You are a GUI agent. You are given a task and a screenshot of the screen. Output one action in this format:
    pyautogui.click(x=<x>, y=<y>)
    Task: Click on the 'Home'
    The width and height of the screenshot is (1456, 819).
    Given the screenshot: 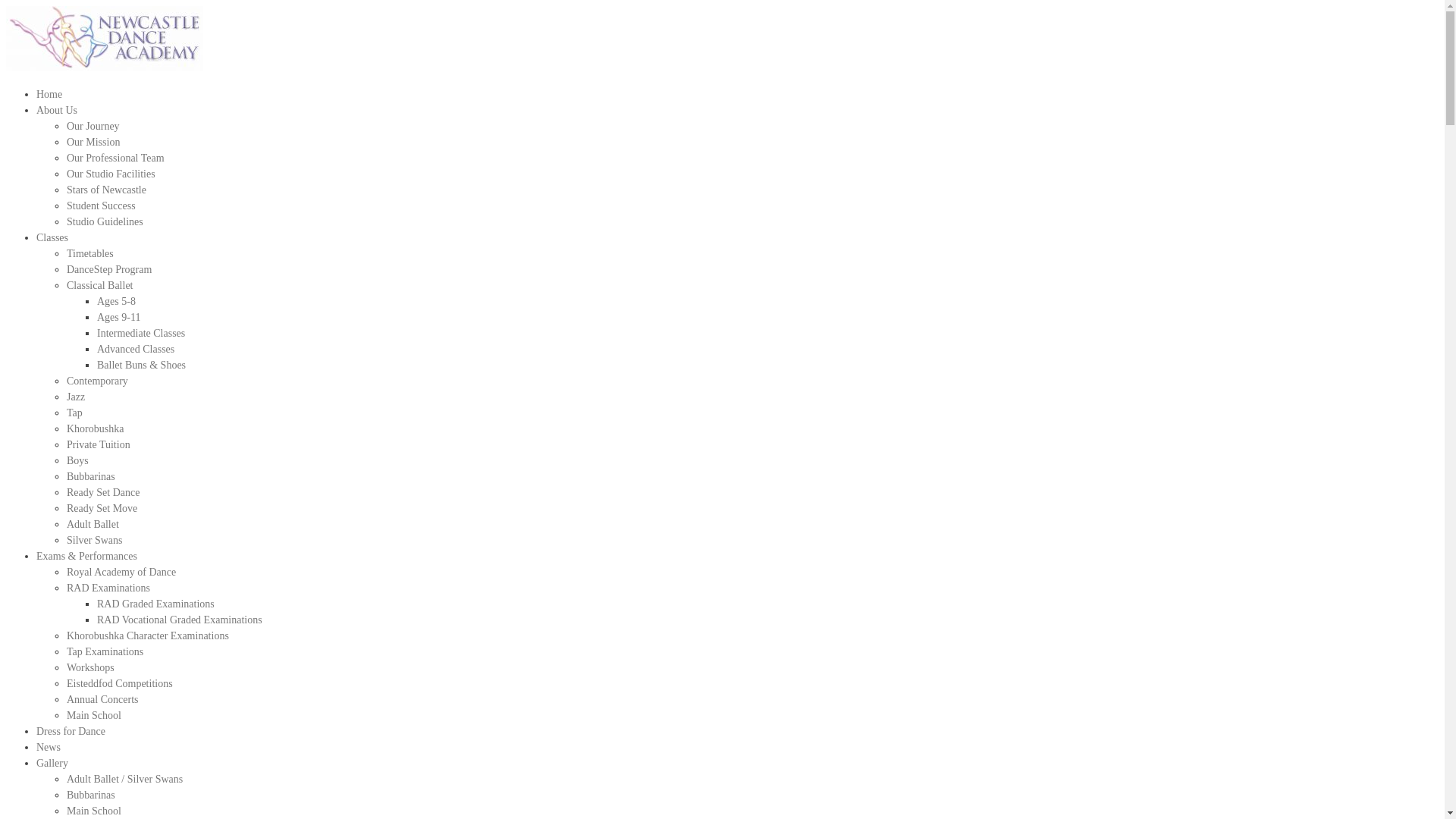 What is the action you would take?
    pyautogui.click(x=49, y=94)
    